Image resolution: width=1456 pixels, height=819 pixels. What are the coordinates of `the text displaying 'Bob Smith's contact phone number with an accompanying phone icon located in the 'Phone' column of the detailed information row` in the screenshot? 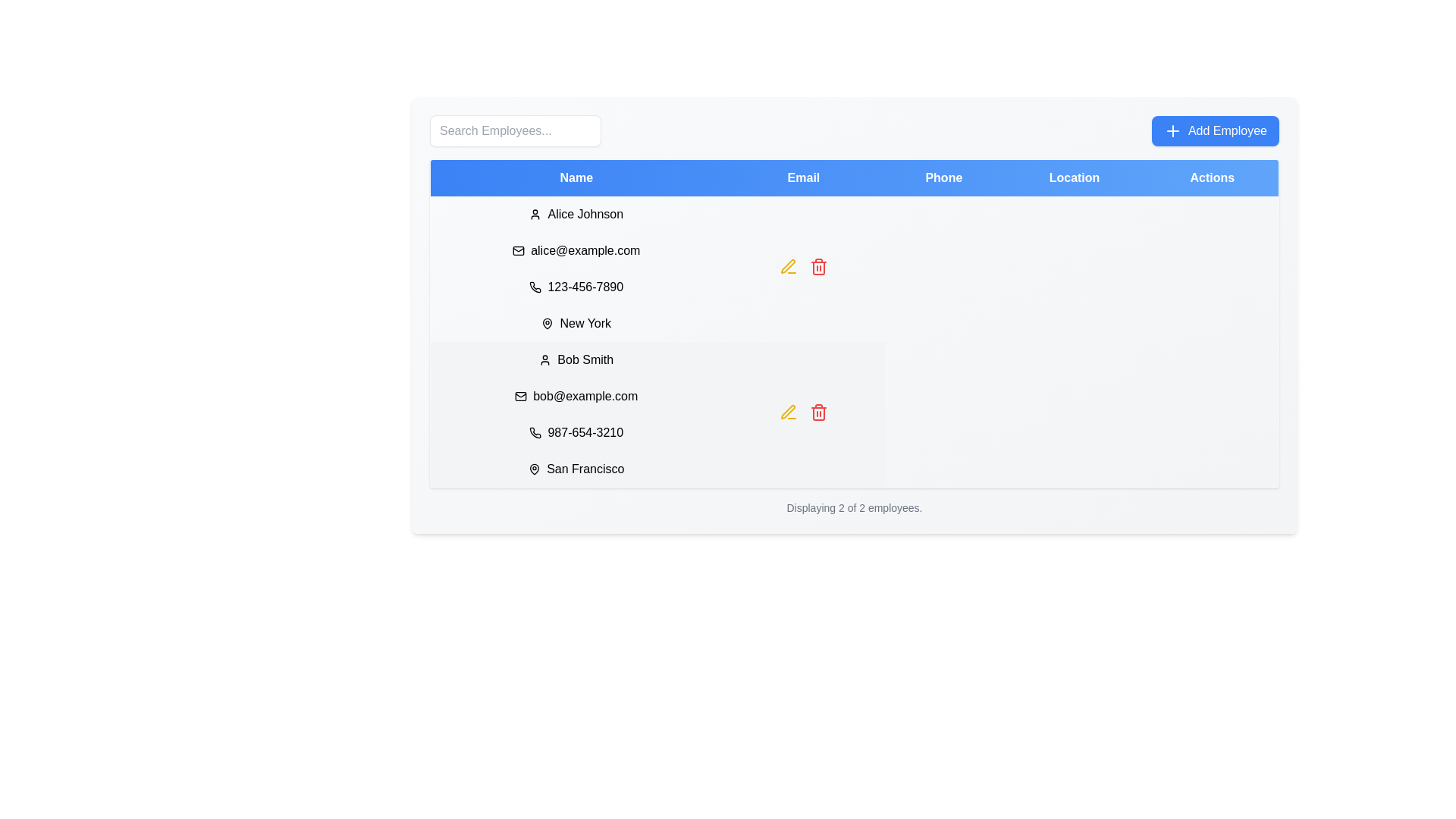 It's located at (576, 432).